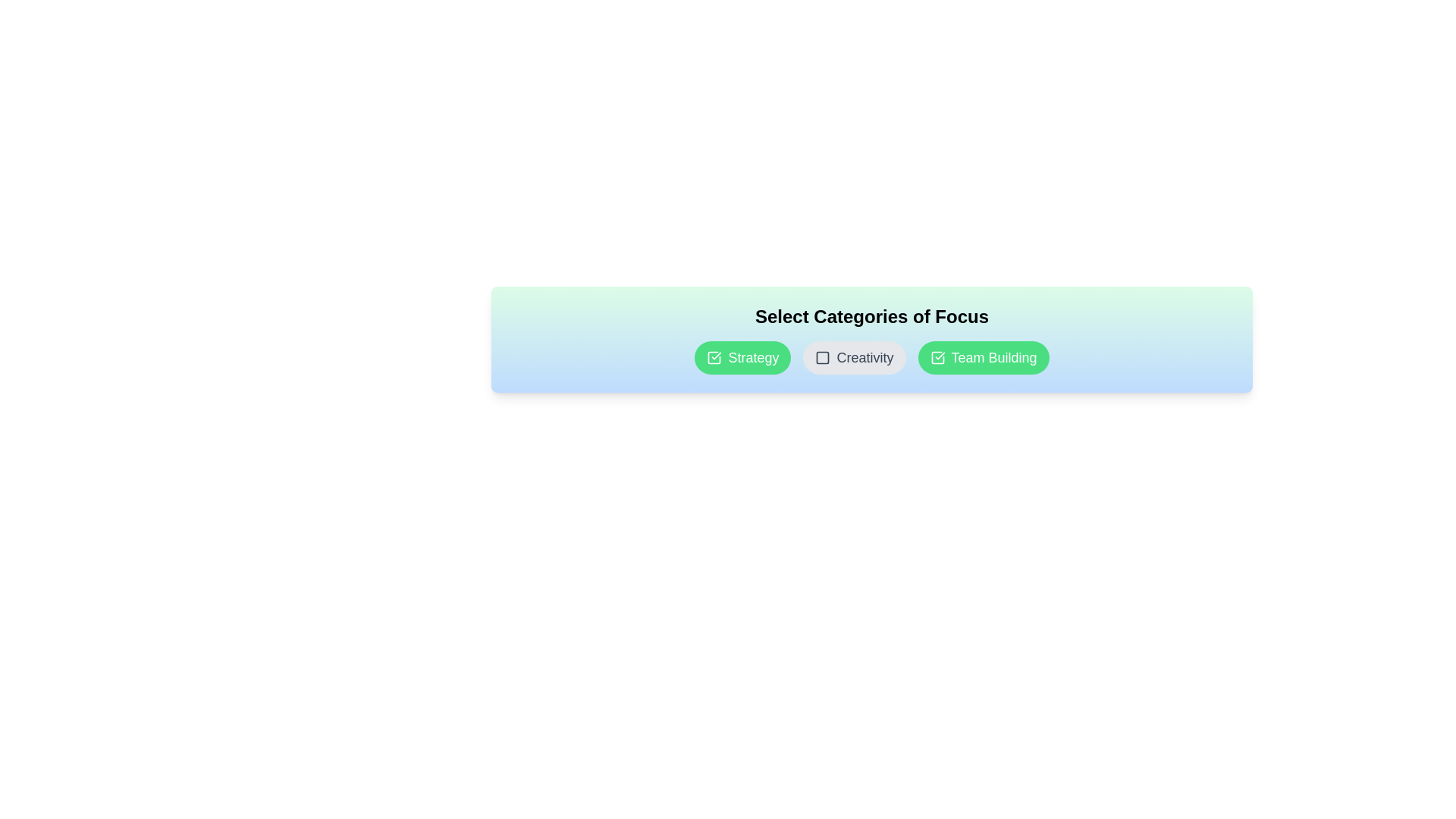 The height and width of the screenshot is (819, 1456). Describe the element at coordinates (983, 357) in the screenshot. I see `the chip labeled Team Building` at that location.